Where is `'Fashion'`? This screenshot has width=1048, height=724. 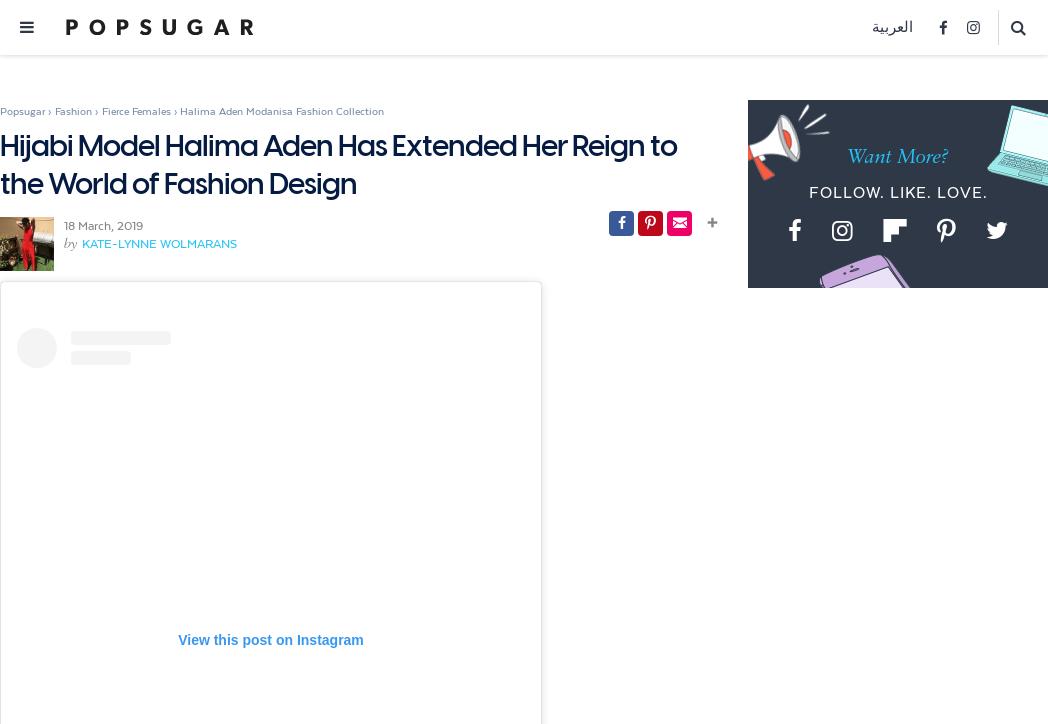 'Fashion' is located at coordinates (73, 110).